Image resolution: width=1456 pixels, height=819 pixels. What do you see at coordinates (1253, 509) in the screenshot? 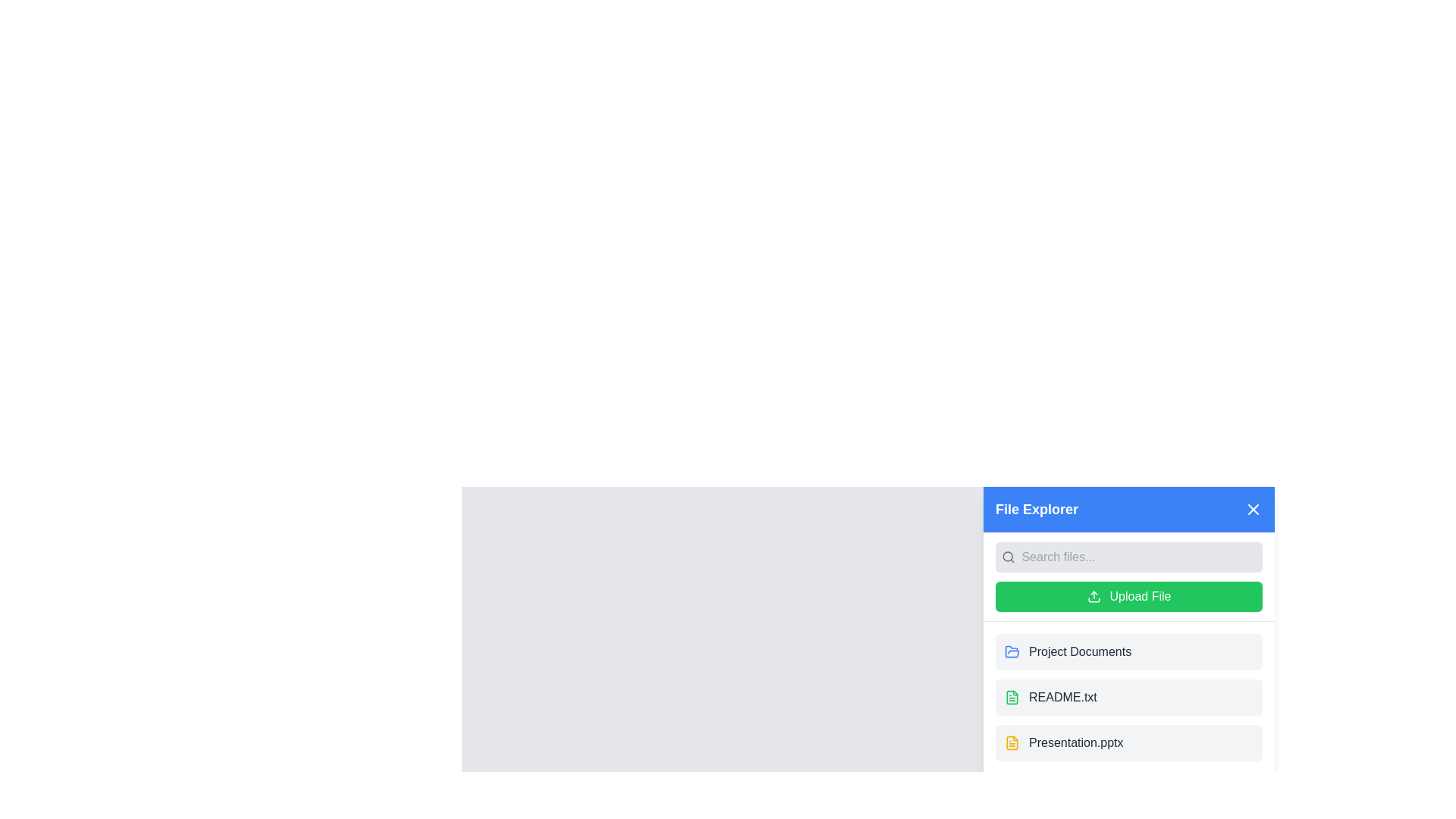
I see `the close icon resembling a diagonal cross mark located in the upper-right corner of the 'File Explorer' box` at bounding box center [1253, 509].